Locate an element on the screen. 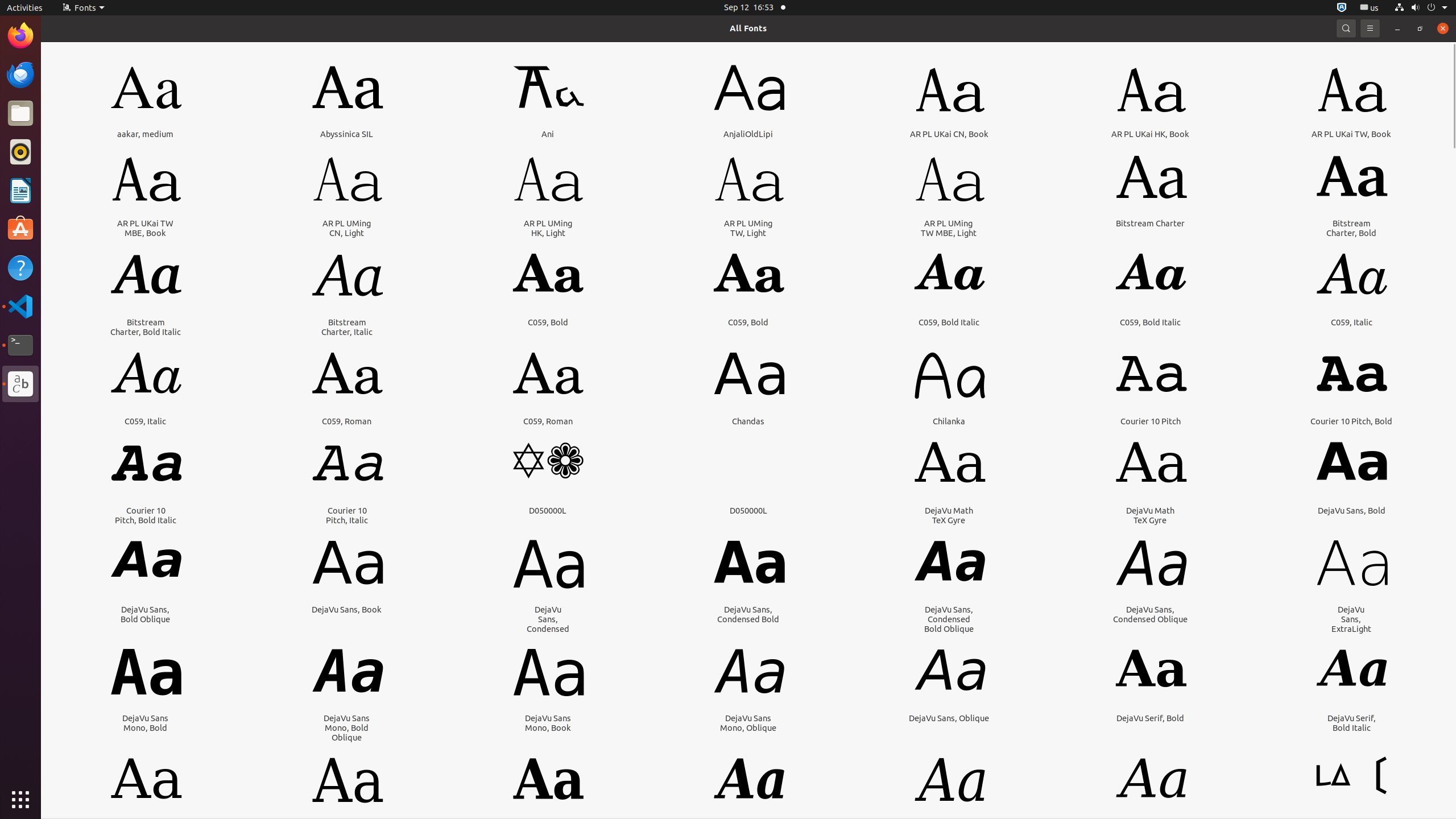 This screenshot has height=819, width=1456. 'DejaVu Sans, Condensed Bold' is located at coordinates (747, 614).